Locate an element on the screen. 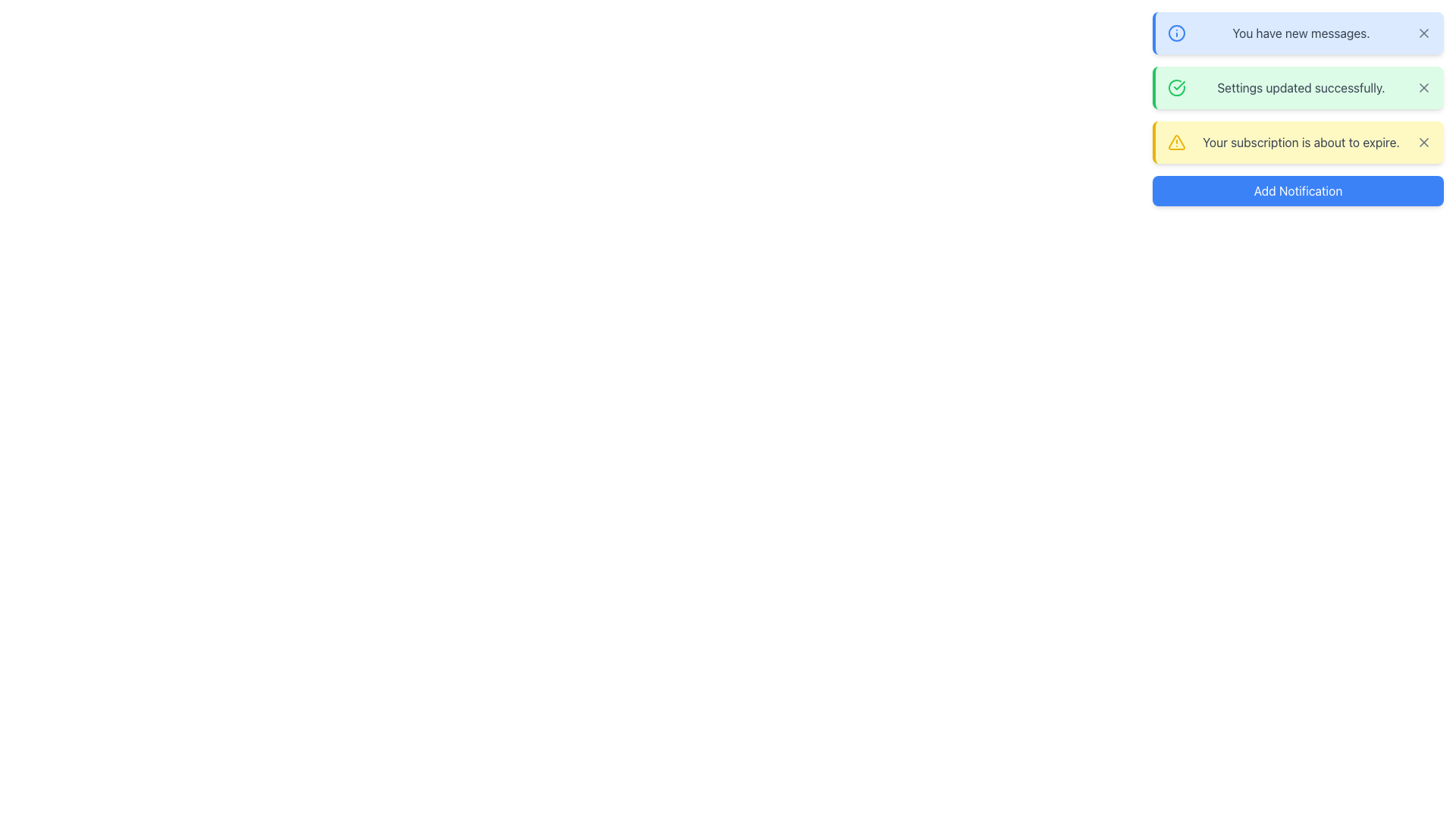 The height and width of the screenshot is (819, 1456). the checkmark icon's line segment in the SVG notification area indicating 'Settings updated successfully' is located at coordinates (1178, 85).